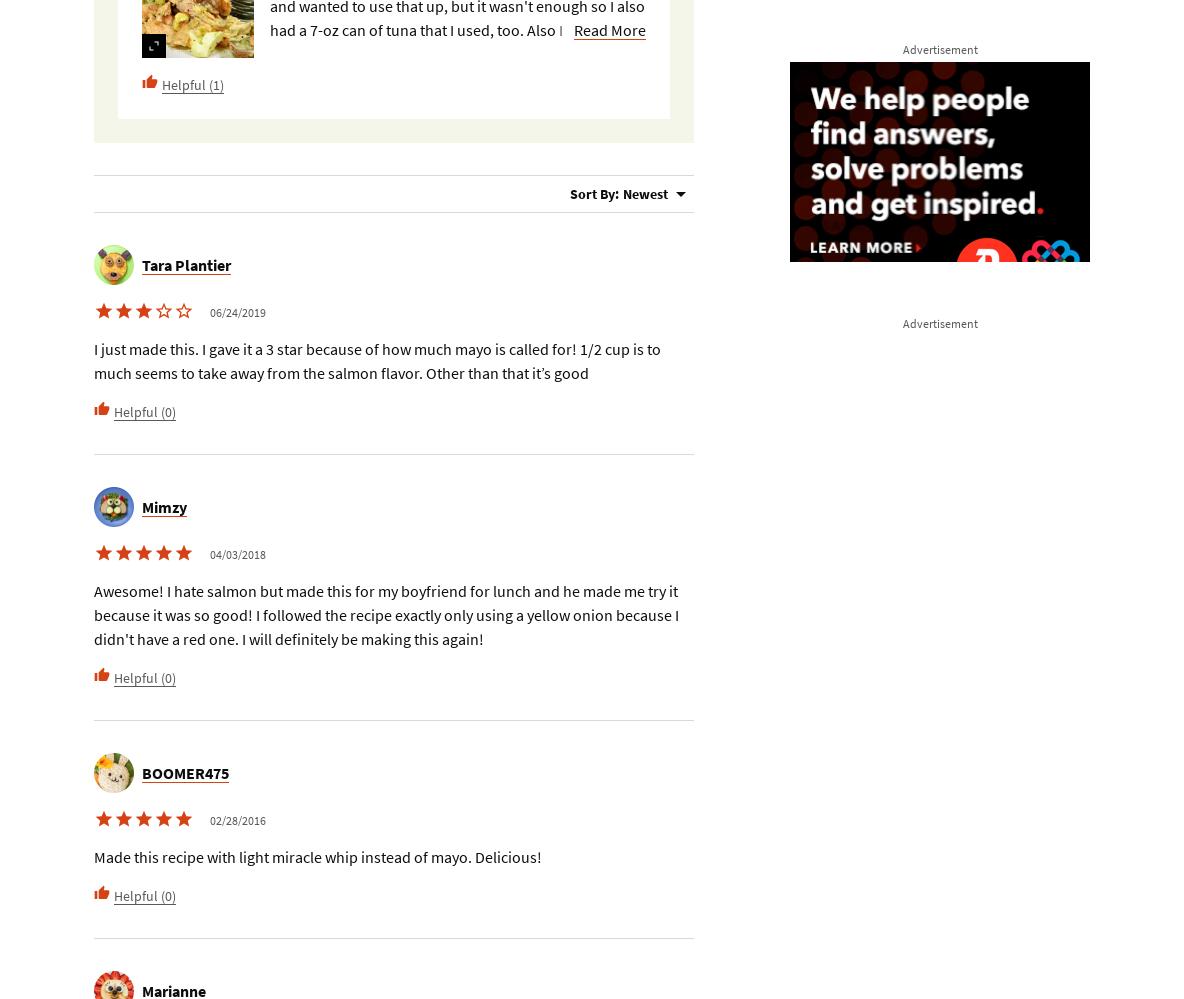 The height and width of the screenshot is (999, 1184). Describe the element at coordinates (185, 265) in the screenshot. I see `'Tara Plantier'` at that location.